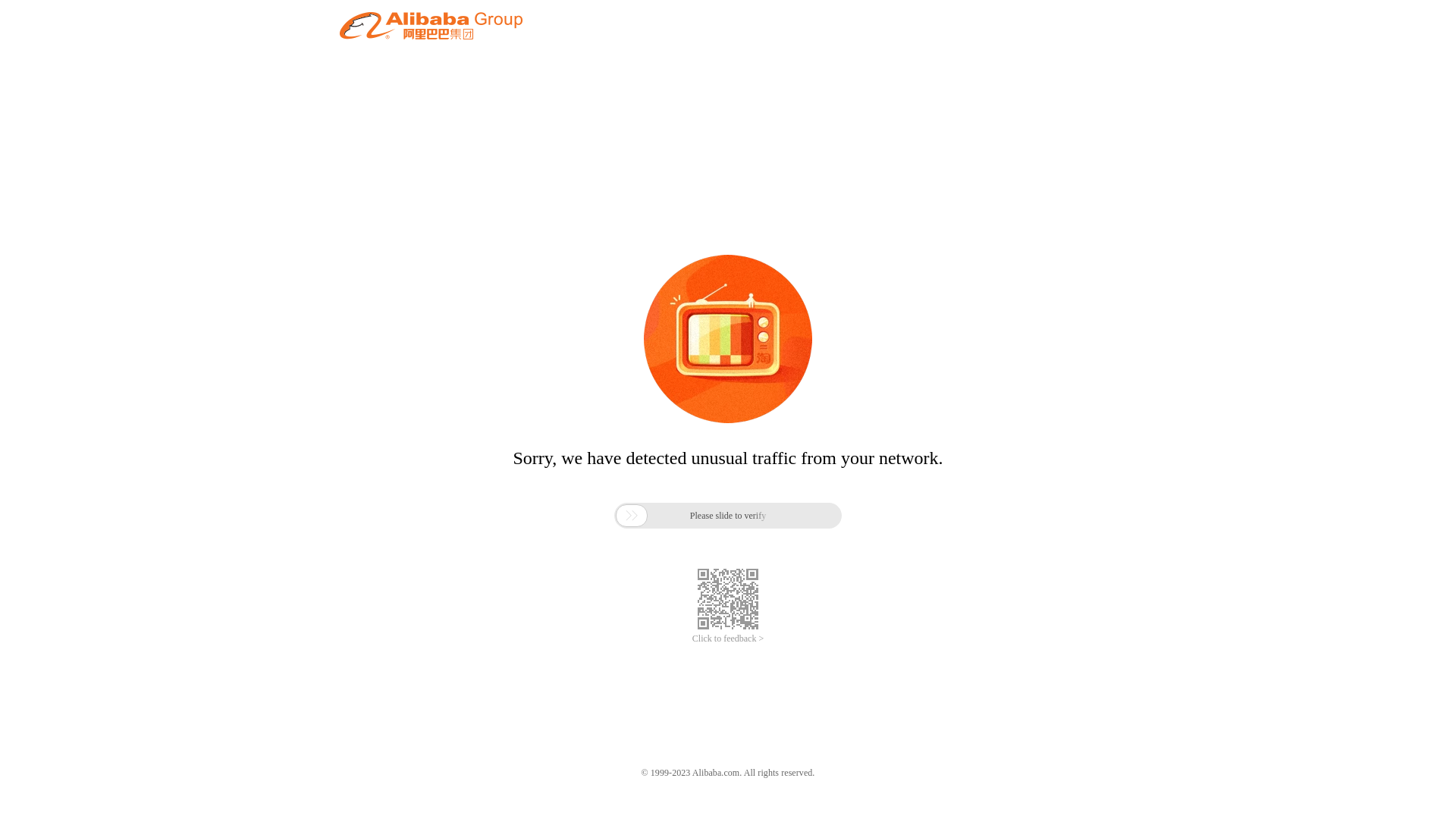 This screenshot has height=819, width=1456. Describe the element at coordinates (728, 639) in the screenshot. I see `'Click to feedback >'` at that location.